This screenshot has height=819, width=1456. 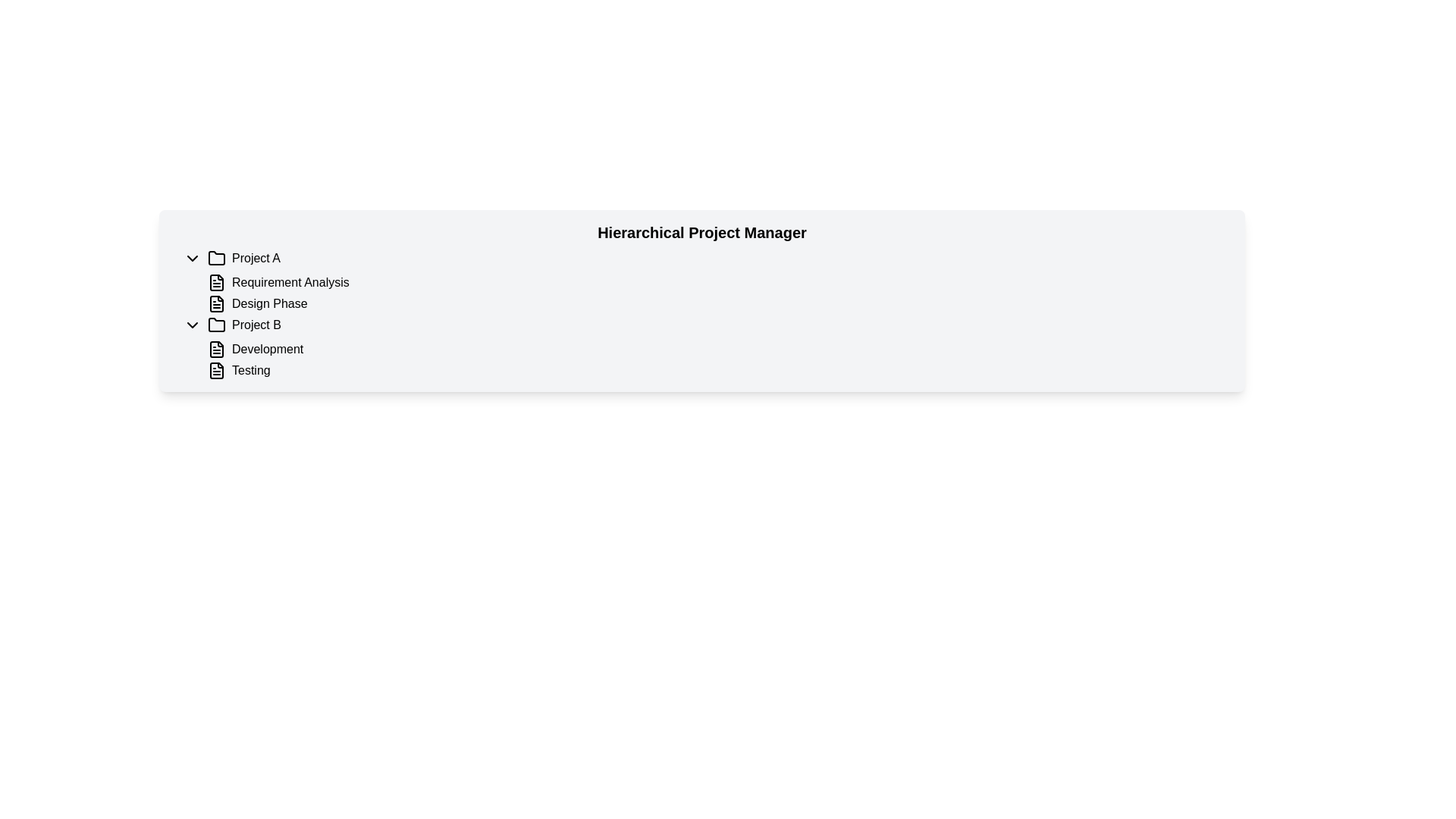 What do you see at coordinates (216, 283) in the screenshot?
I see `the document icon associated with the 'Requirement Analysis' item, which is located to the left of the 'Requirement Analysis' text in the layout under 'Project A'` at bounding box center [216, 283].